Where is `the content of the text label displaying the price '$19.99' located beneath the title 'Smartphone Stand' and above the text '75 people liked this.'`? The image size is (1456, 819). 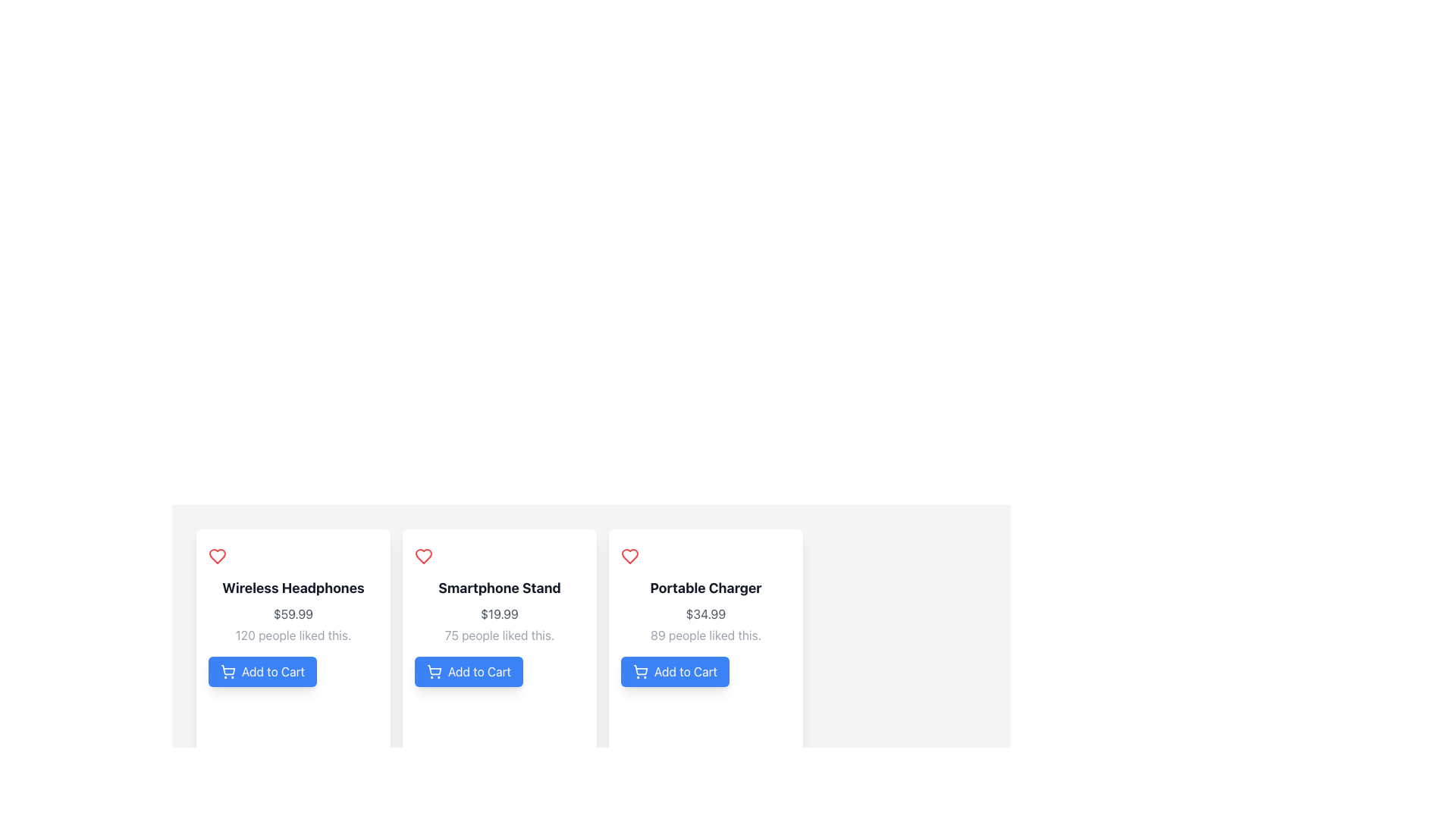
the content of the text label displaying the price '$19.99' located beneath the title 'Smartphone Stand' and above the text '75 people liked this.' is located at coordinates (499, 614).